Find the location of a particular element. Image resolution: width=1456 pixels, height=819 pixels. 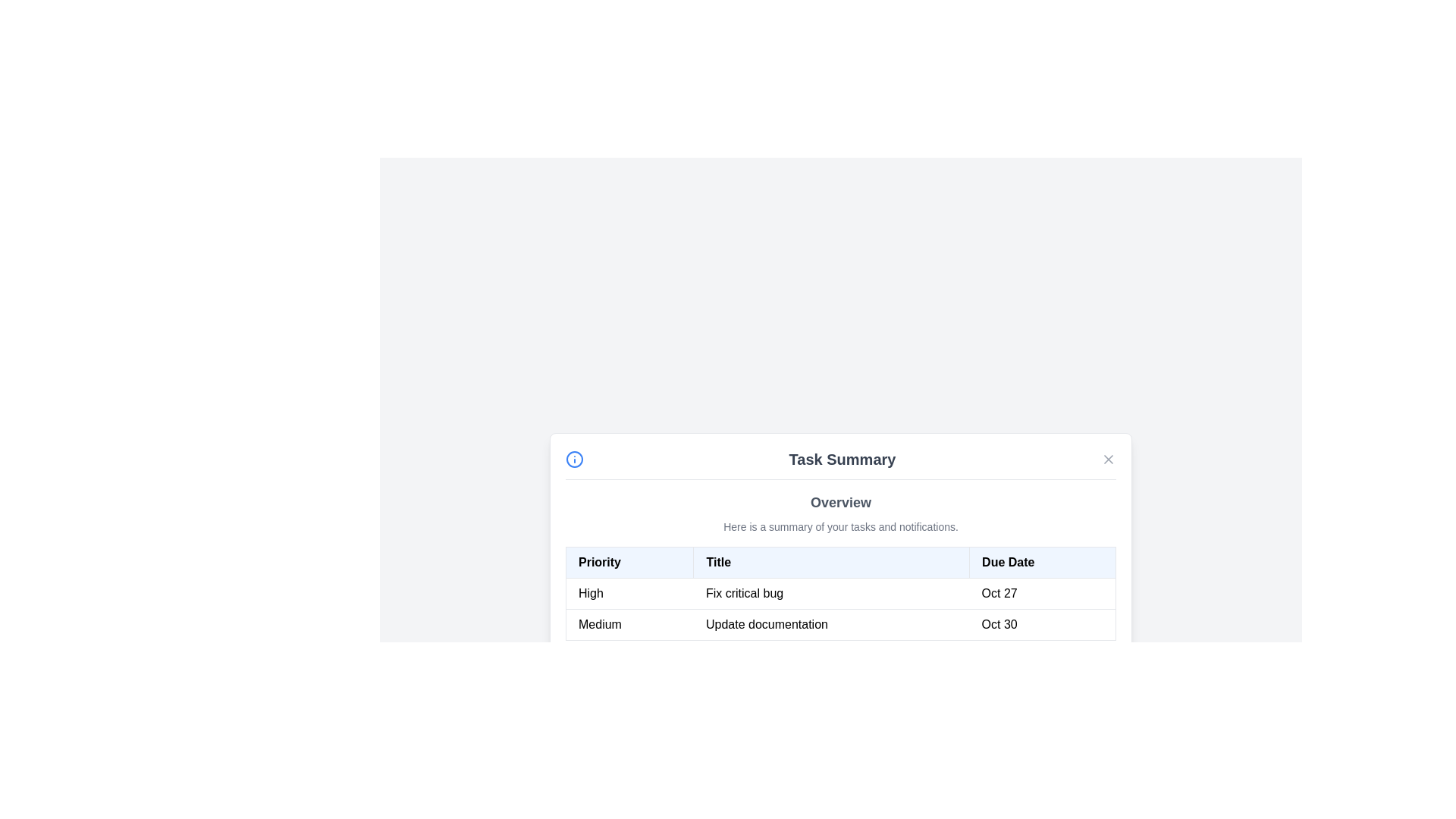

the close button located at the top-right corner of the task summary panel is located at coordinates (1109, 458).